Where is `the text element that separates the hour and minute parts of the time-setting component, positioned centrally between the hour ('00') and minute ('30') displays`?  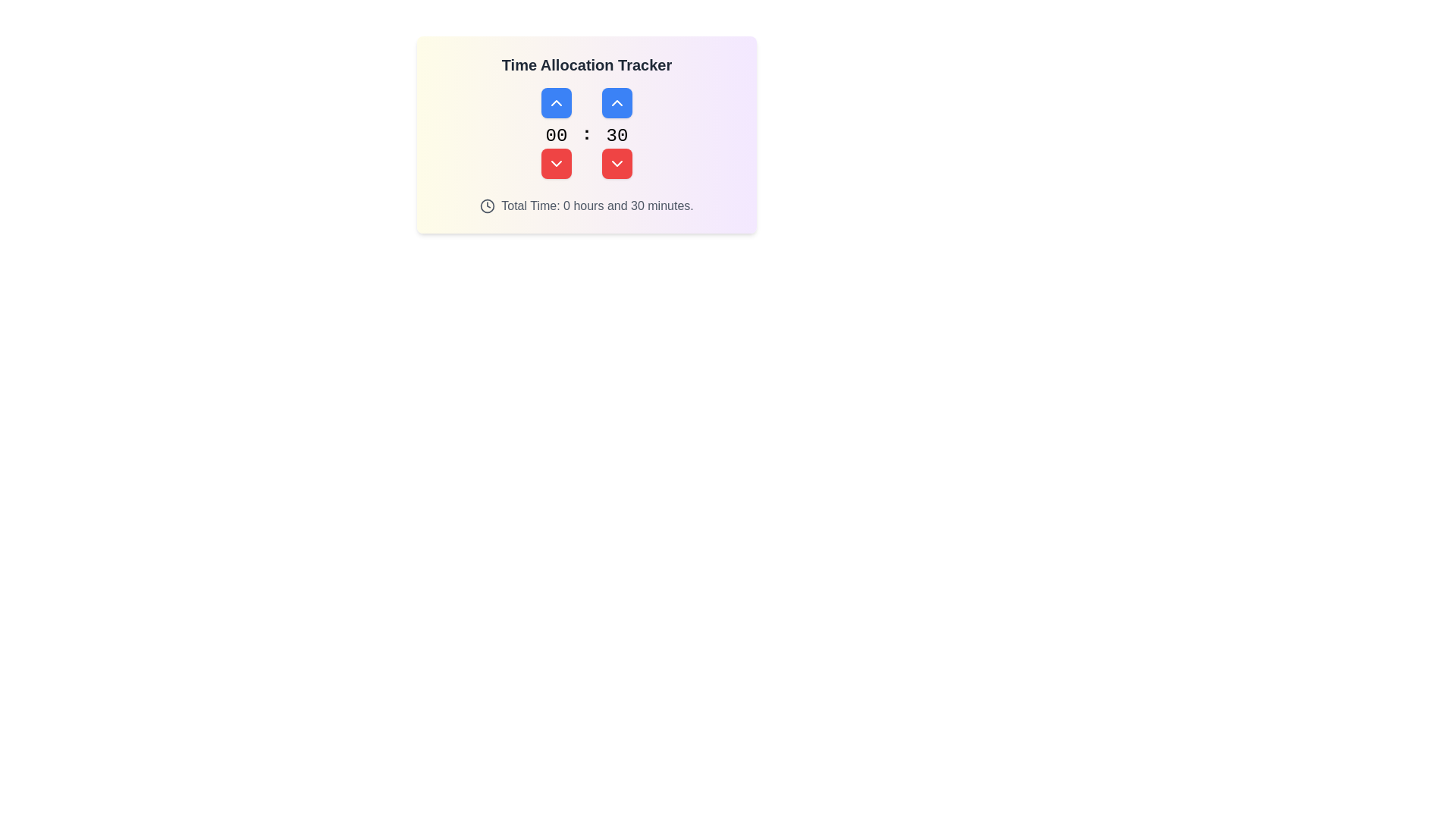
the text element that separates the hour and minute parts of the time-setting component, positioned centrally between the hour ('00') and minute ('30') displays is located at coordinates (585, 133).